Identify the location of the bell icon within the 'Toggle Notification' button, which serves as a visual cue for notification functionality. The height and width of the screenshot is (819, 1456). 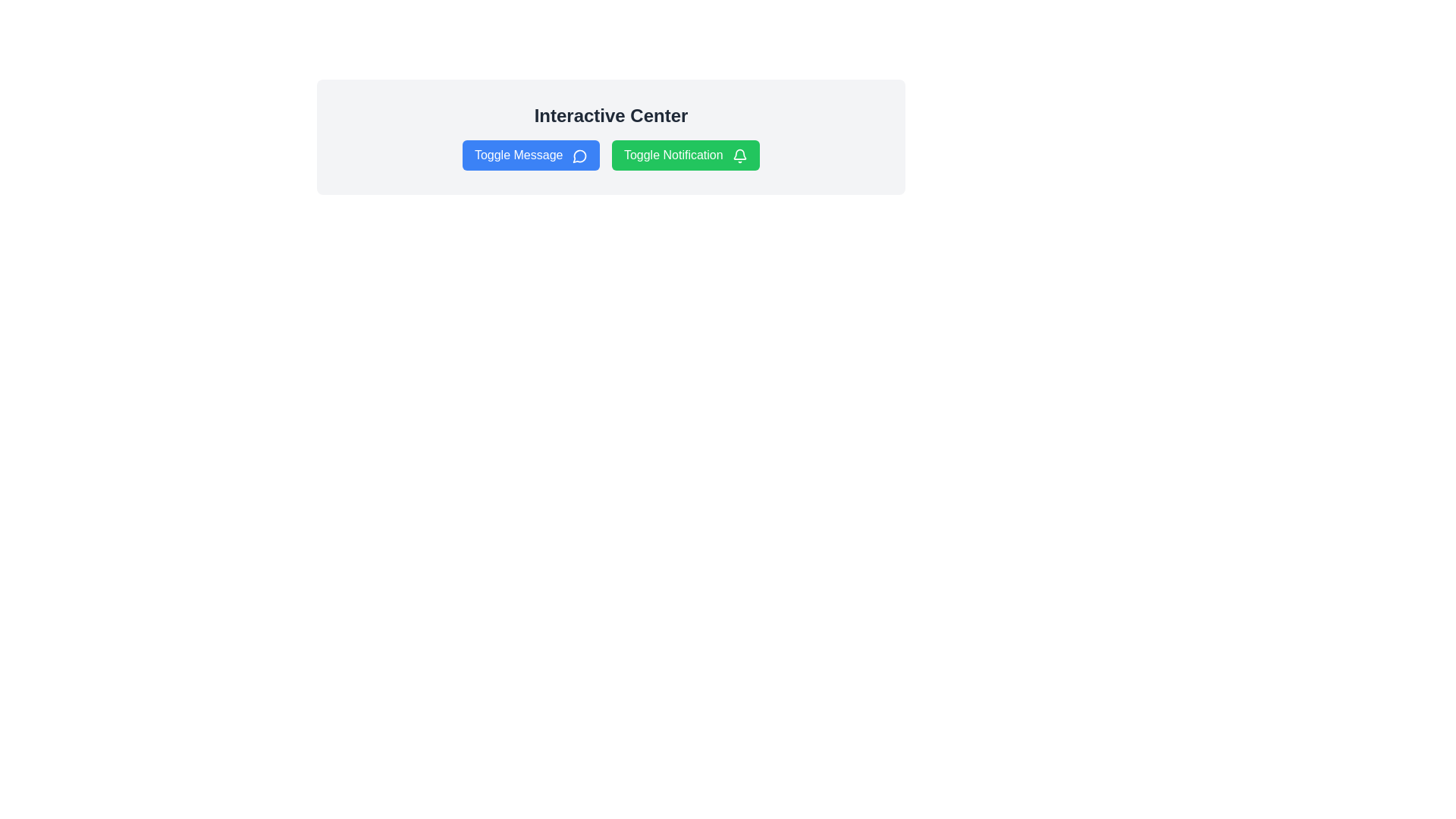
(740, 155).